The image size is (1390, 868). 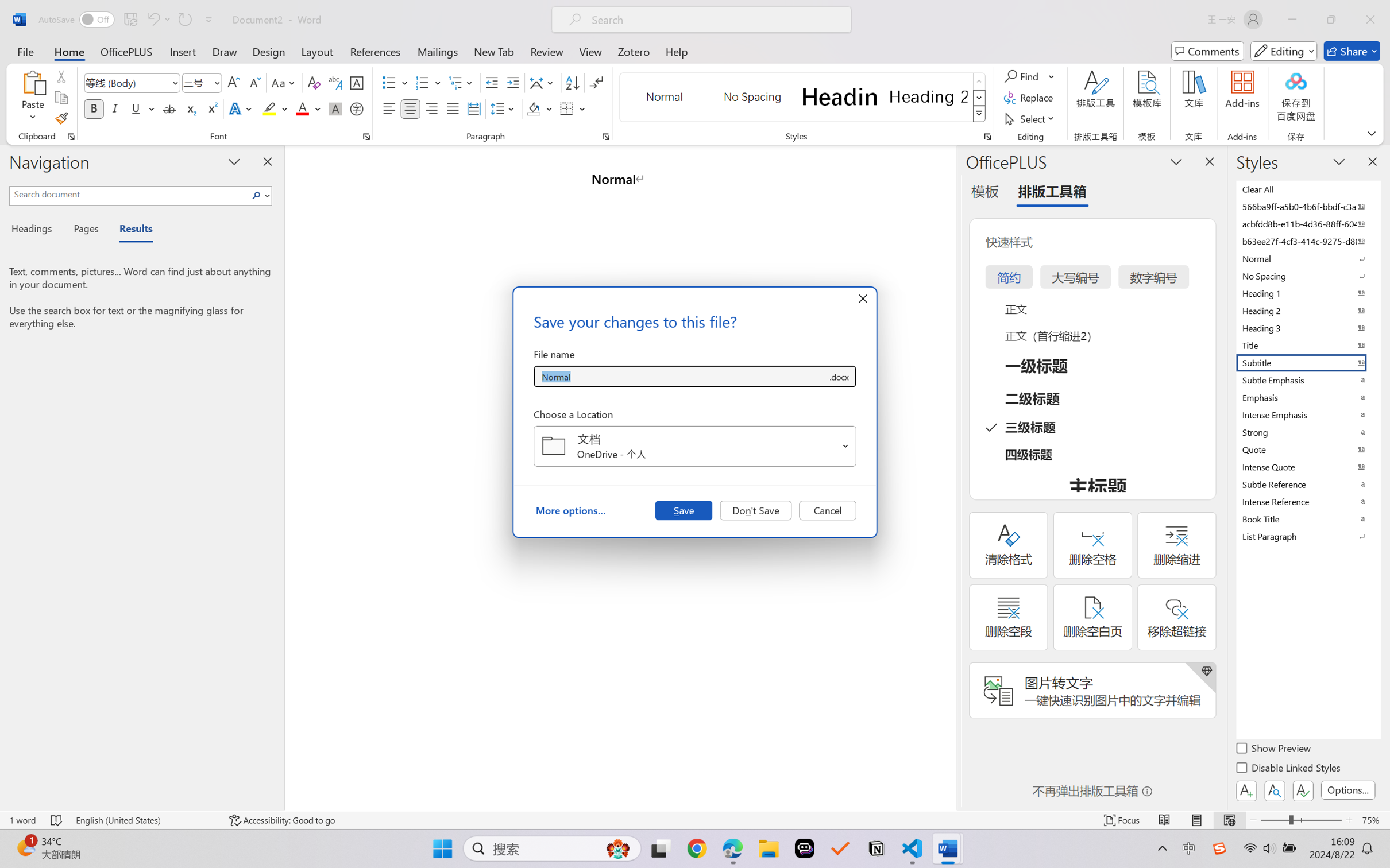 I want to click on 'Copy', so click(x=60, y=98).